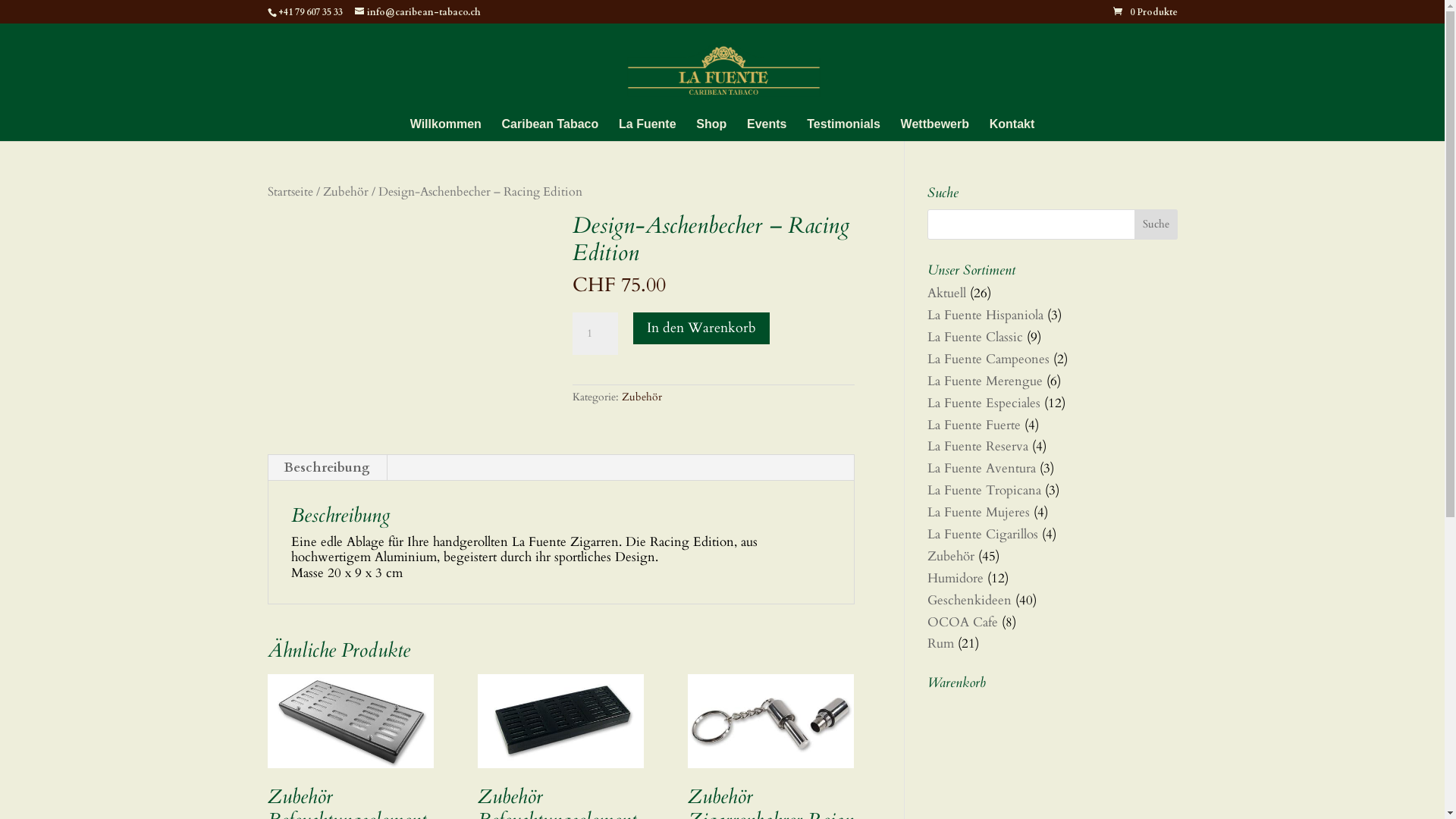  What do you see at coordinates (290, 191) in the screenshot?
I see `'Startseite'` at bounding box center [290, 191].